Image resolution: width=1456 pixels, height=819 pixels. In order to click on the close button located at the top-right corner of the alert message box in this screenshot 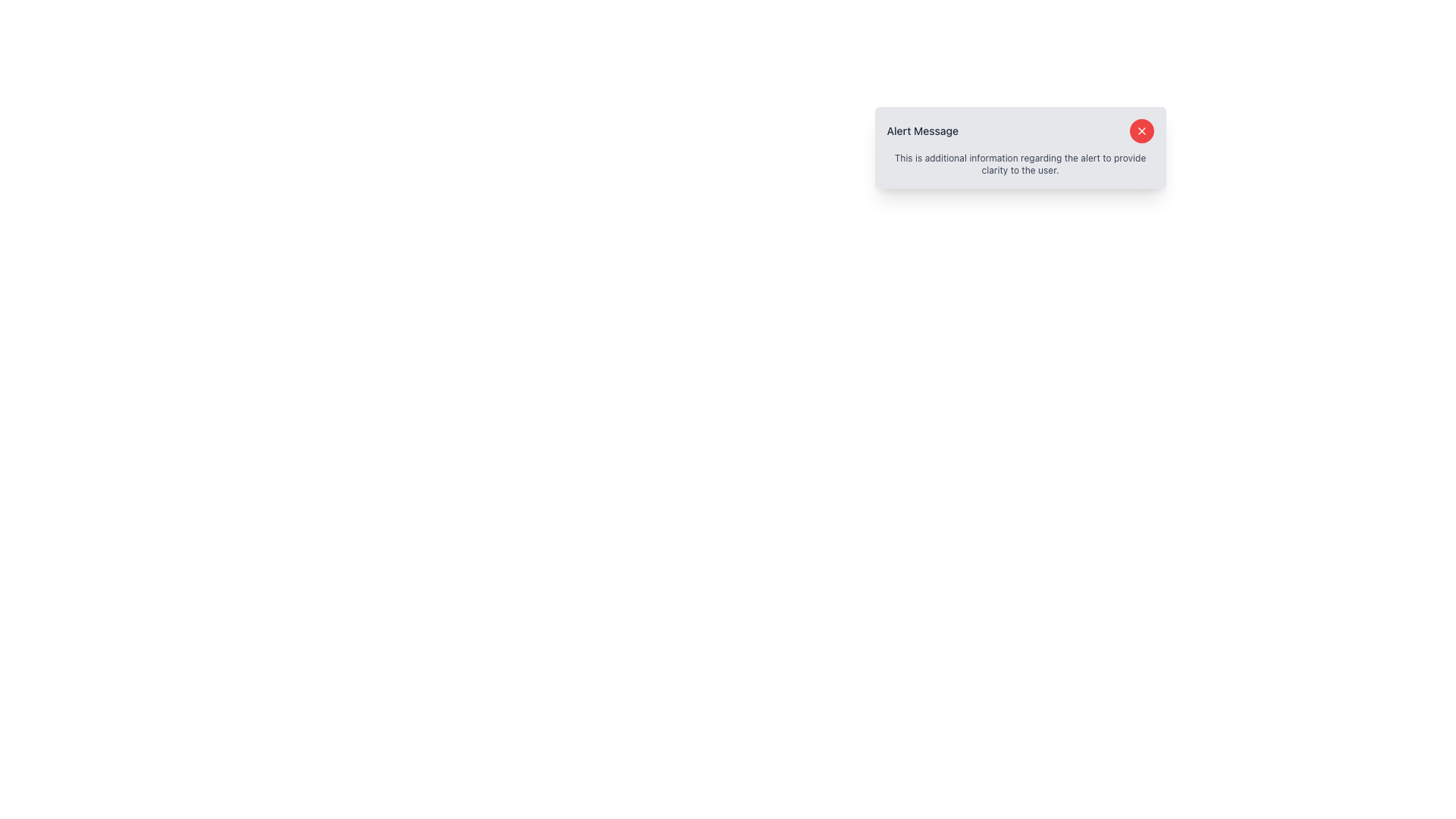, I will do `click(1141, 130)`.